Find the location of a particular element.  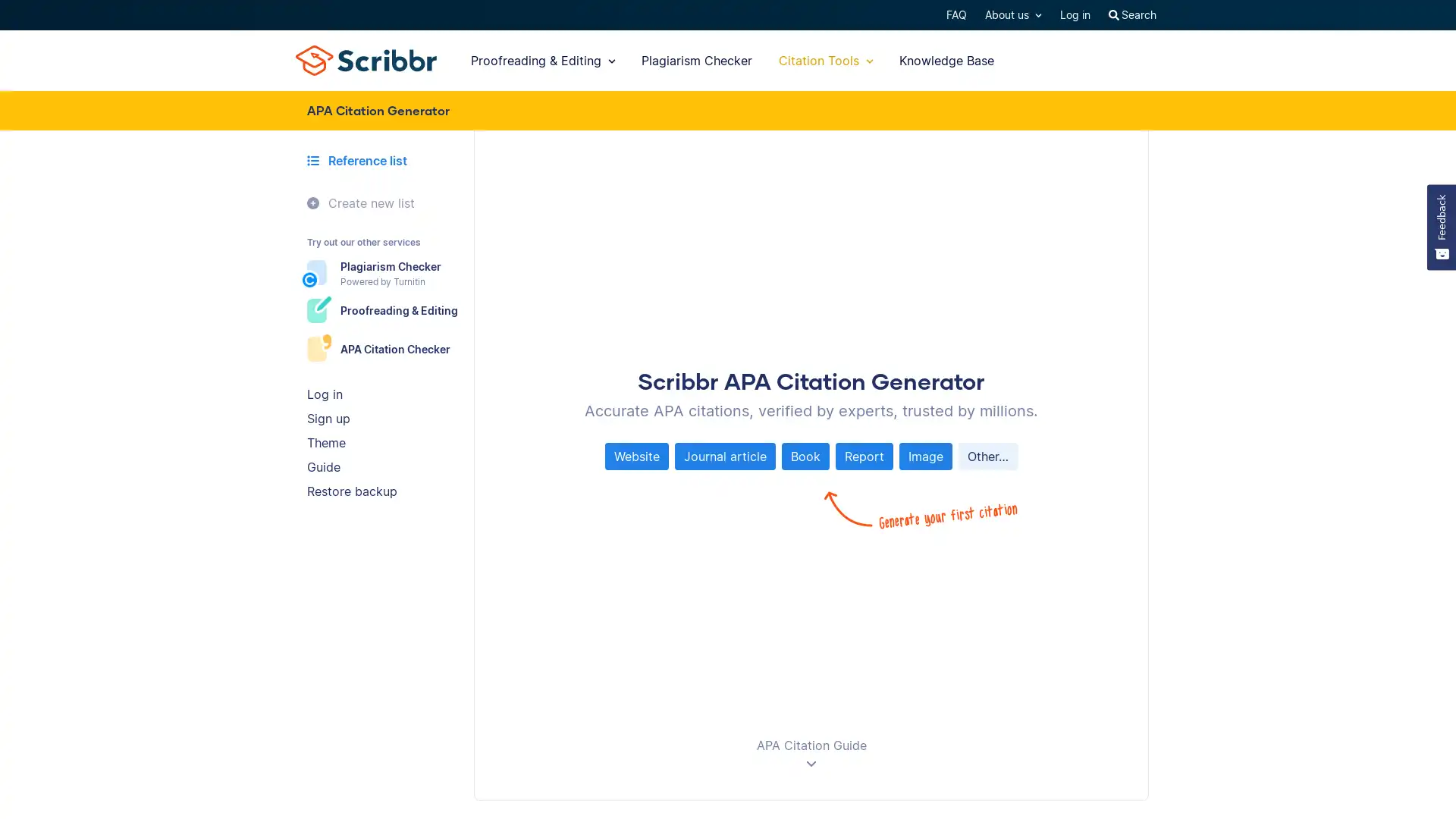

Log in is located at coordinates (385, 393).